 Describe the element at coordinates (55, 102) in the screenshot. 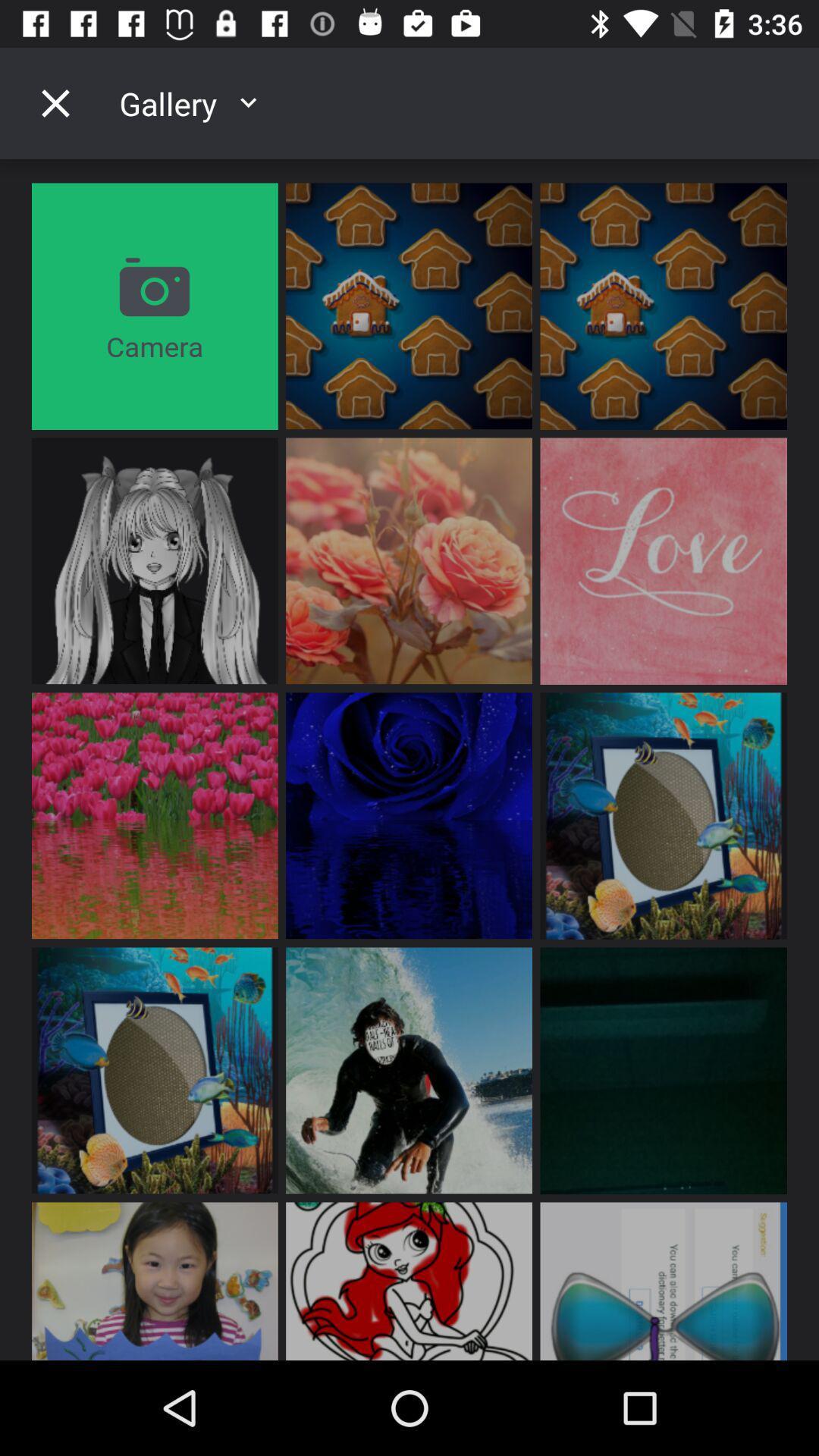

I see `the icon to the left of gallery item` at that location.